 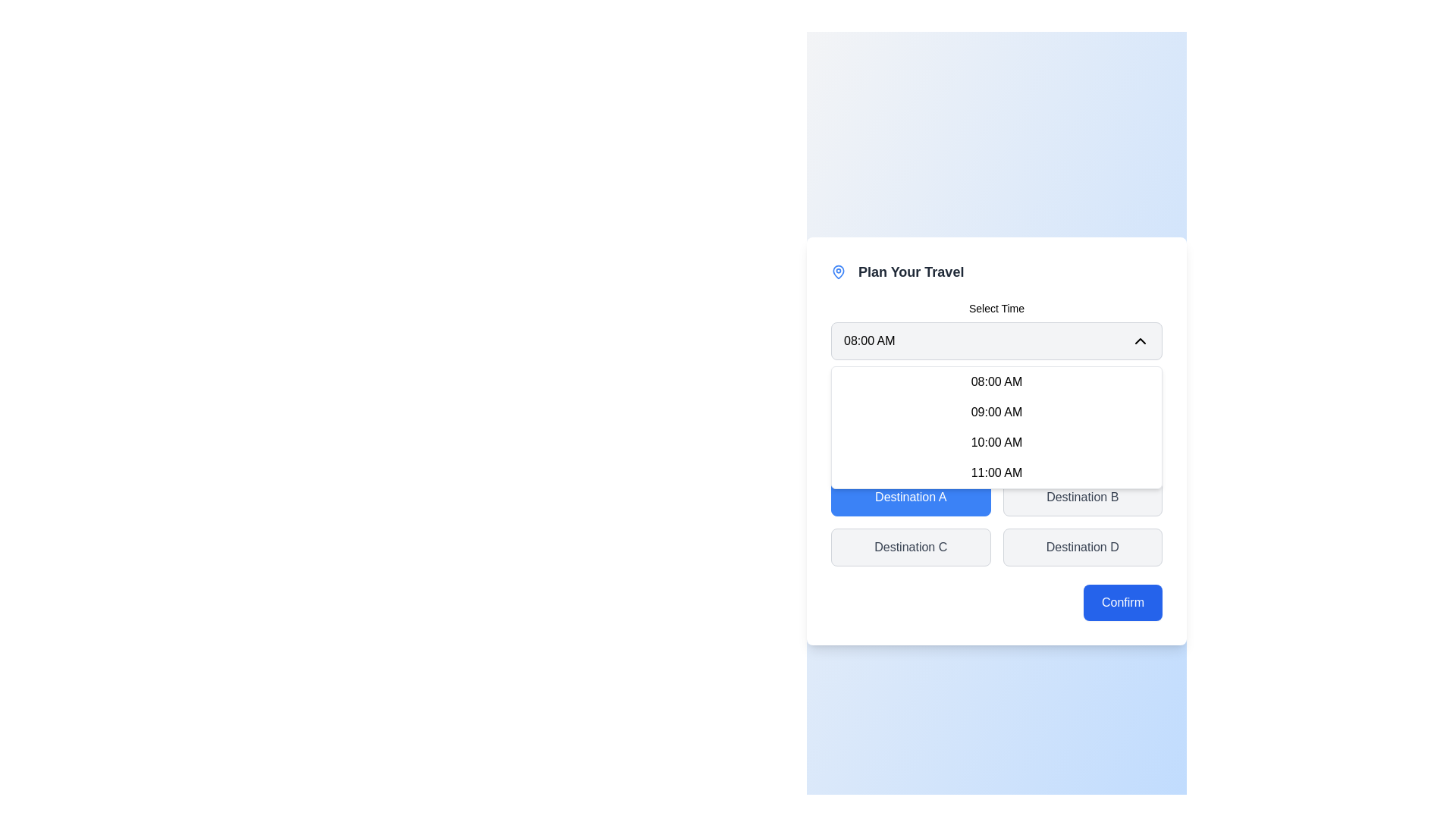 What do you see at coordinates (910, 497) in the screenshot?
I see `the button labeled 'Destination A' which is the top-left button in a grid layout of selectable destination options` at bounding box center [910, 497].